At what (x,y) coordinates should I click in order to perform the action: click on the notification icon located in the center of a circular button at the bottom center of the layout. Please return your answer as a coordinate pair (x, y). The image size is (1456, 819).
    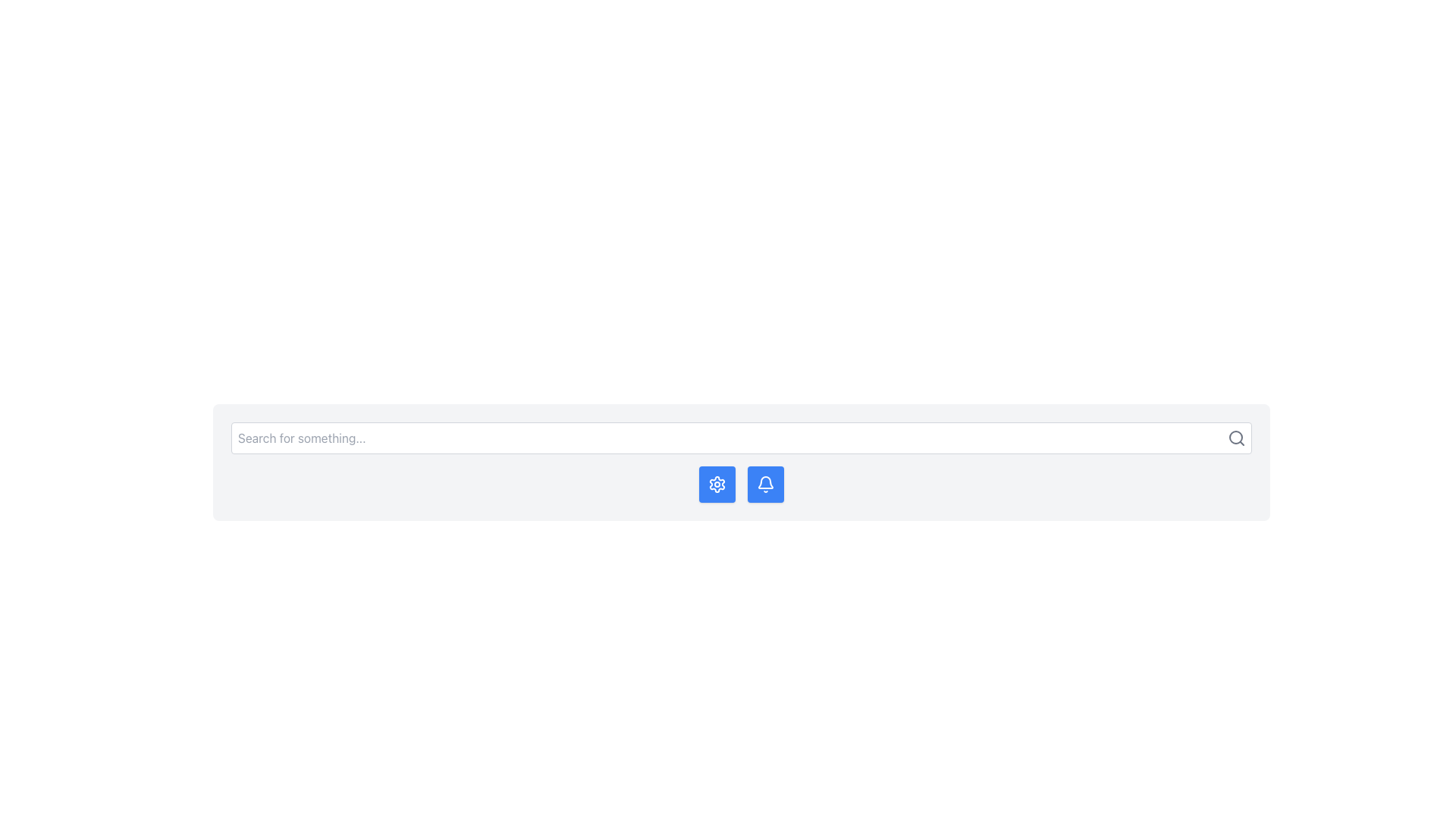
    Looking at the image, I should click on (765, 485).